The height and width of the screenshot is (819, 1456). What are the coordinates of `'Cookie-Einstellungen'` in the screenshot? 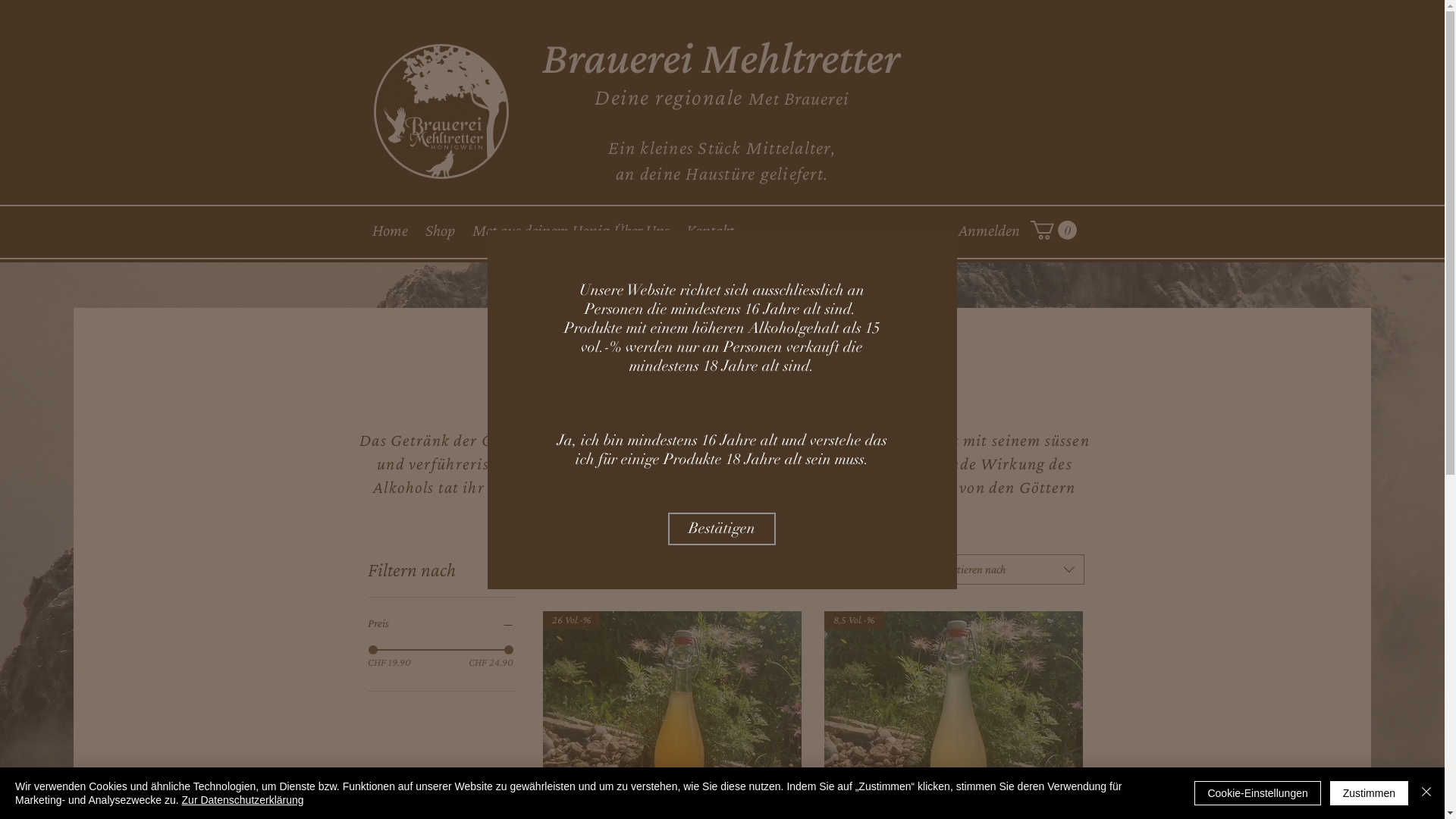 It's located at (1257, 792).